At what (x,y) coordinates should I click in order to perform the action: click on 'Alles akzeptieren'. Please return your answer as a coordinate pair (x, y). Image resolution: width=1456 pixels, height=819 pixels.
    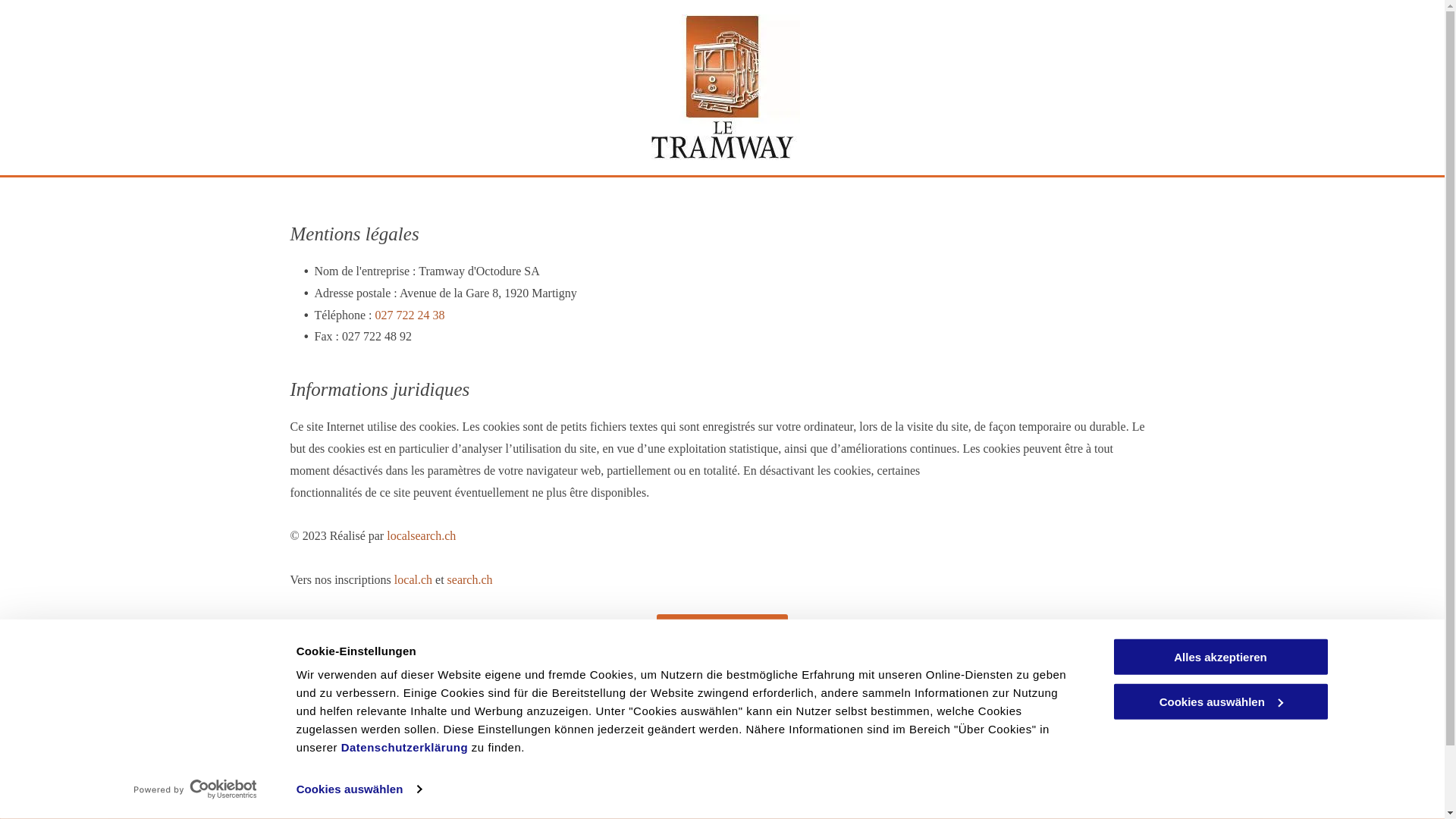
    Looking at the image, I should click on (1219, 656).